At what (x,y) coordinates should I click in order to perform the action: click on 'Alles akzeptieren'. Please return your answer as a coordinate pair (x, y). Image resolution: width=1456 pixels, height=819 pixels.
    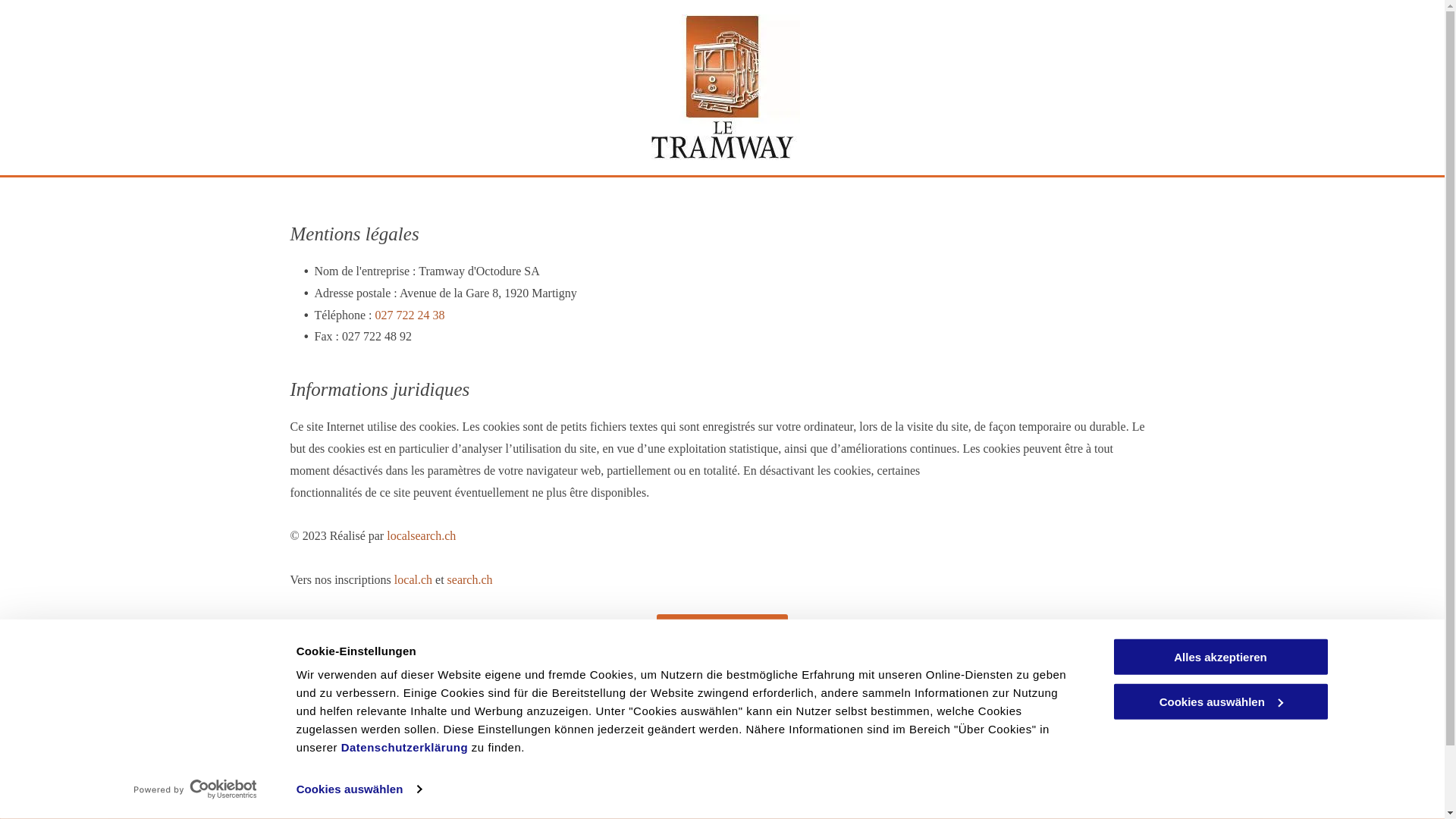
    Looking at the image, I should click on (1219, 656).